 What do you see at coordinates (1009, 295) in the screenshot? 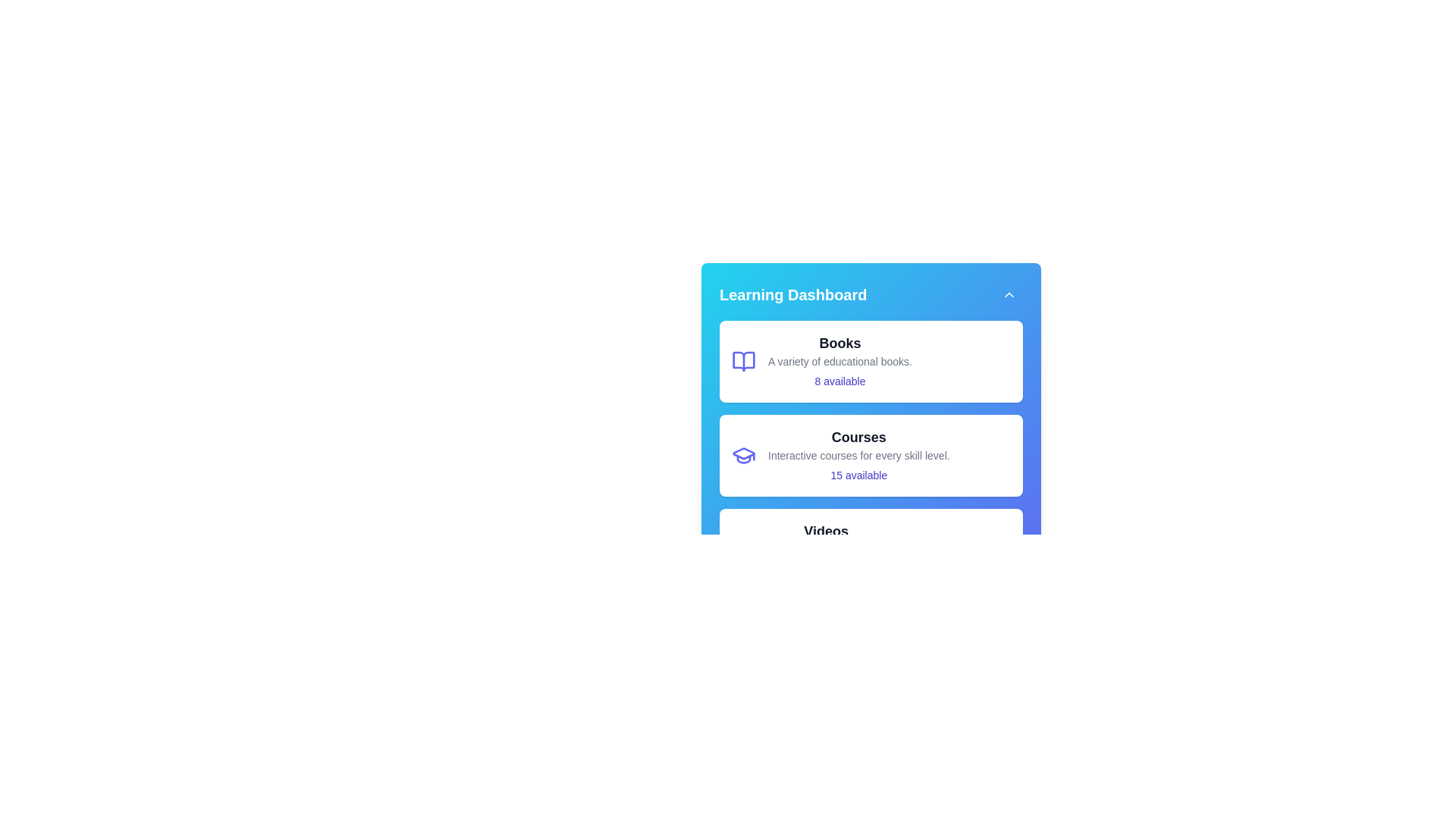
I see `button in the header to toggle the menu visibility` at bounding box center [1009, 295].